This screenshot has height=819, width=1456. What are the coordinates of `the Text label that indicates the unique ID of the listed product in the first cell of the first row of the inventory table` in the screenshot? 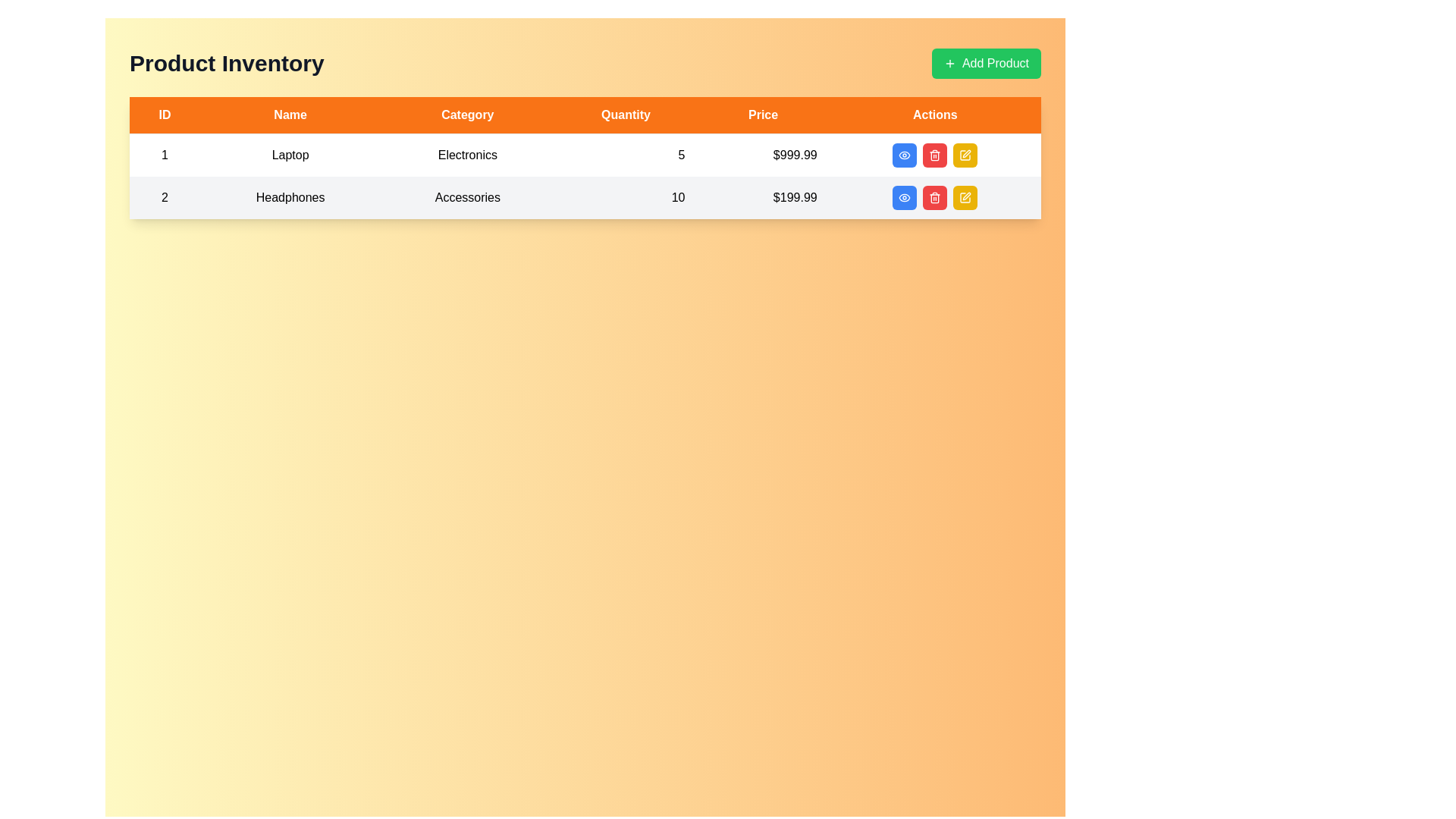 It's located at (165, 155).